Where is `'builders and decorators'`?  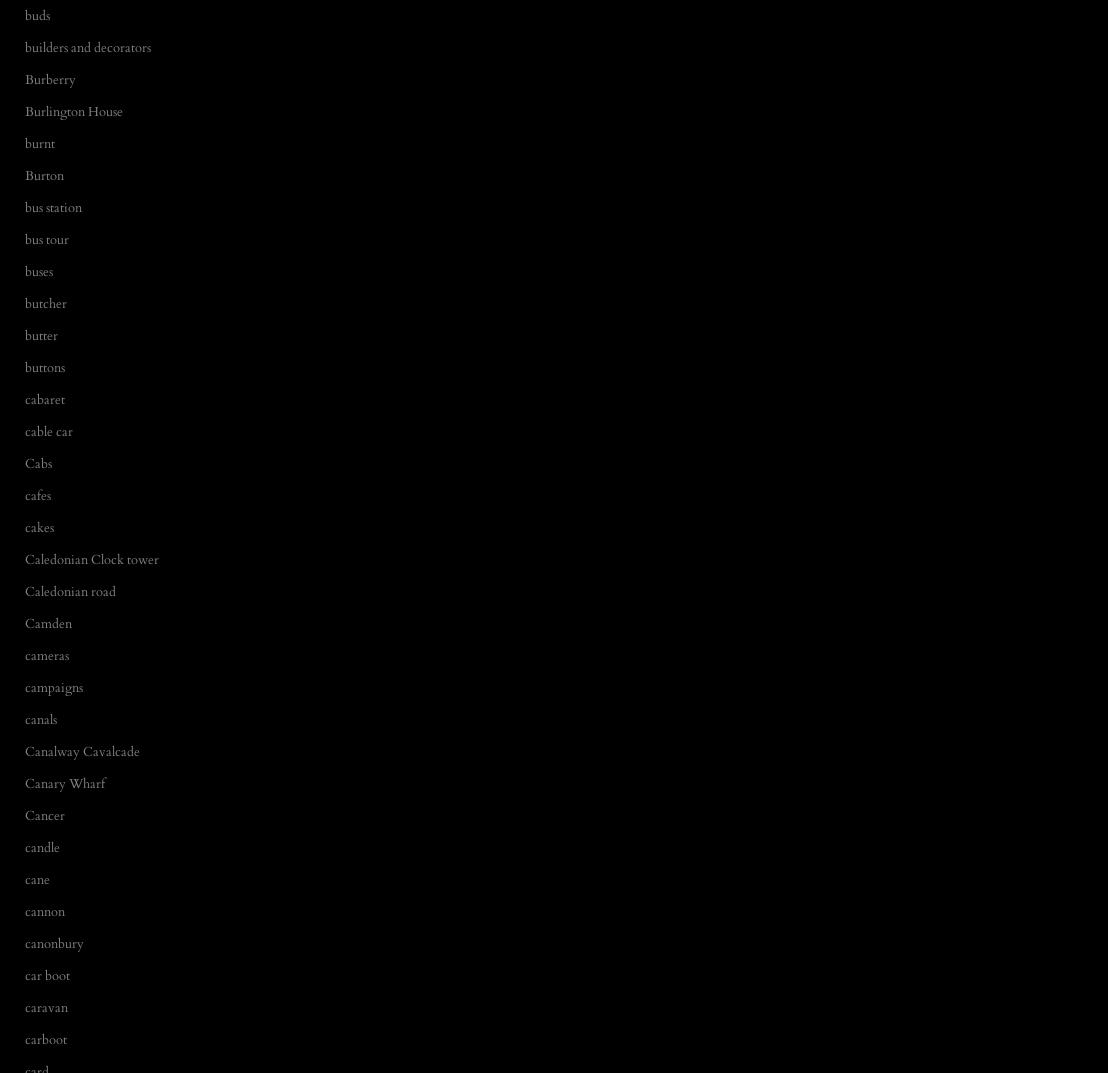 'builders and decorators' is located at coordinates (86, 45).